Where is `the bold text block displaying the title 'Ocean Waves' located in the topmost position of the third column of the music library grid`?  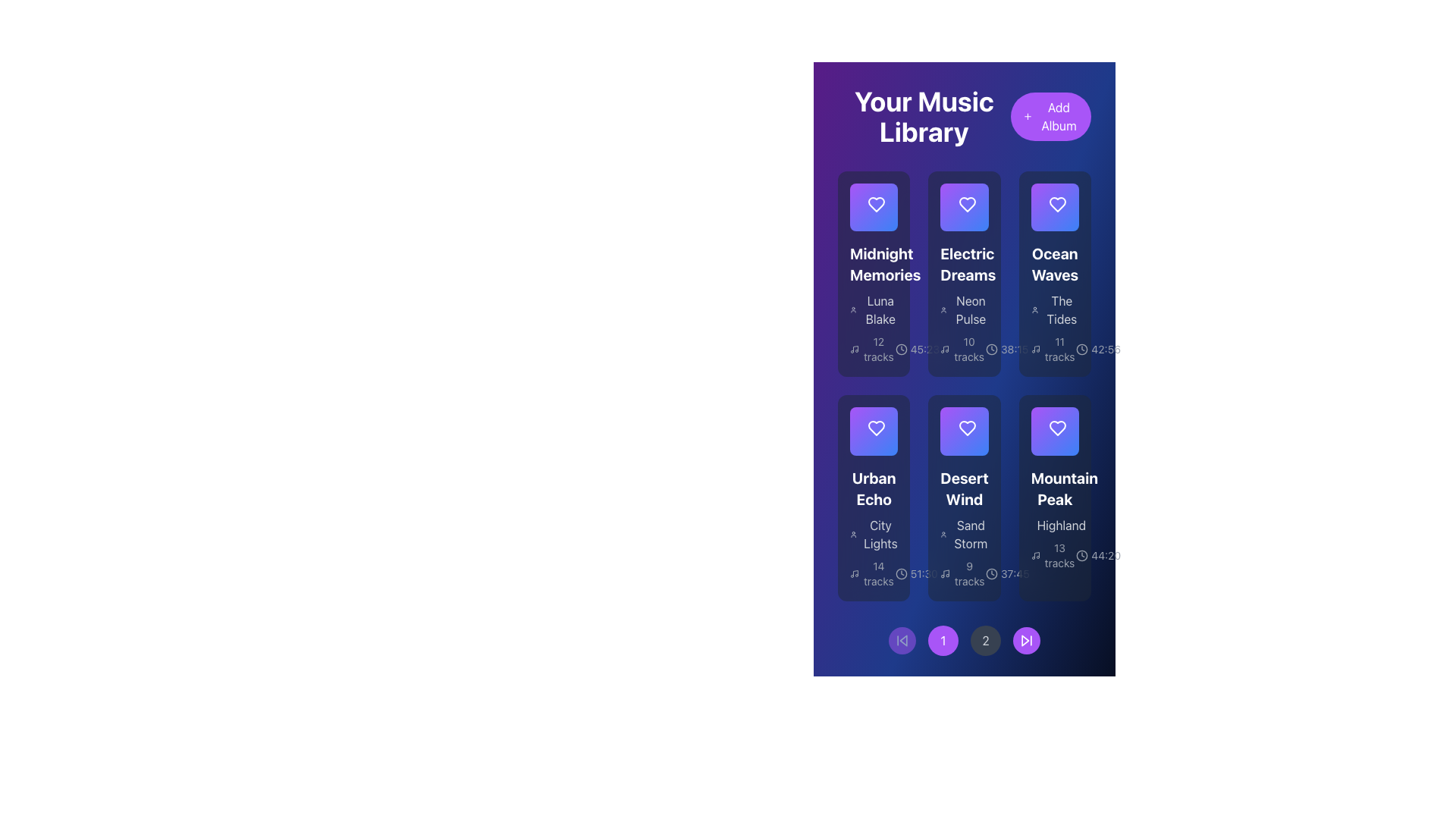
the bold text block displaying the title 'Ocean Waves' located in the topmost position of the third column of the music library grid is located at coordinates (1054, 264).